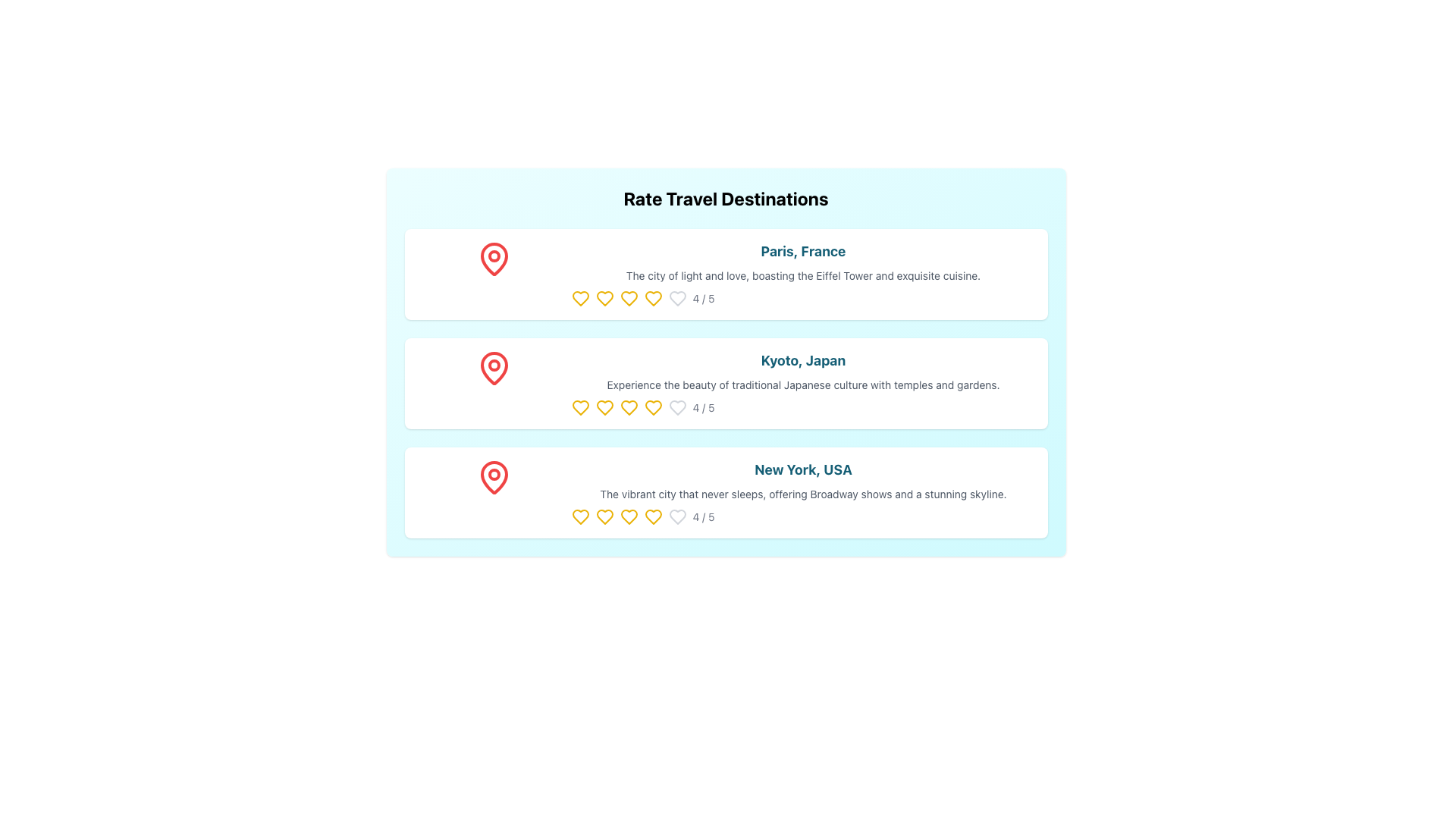 This screenshot has height=819, width=1456. What do you see at coordinates (653, 298) in the screenshot?
I see `the fourth heart-shaped interactive rating icon, styled in yellow with a bold outline, located under the 'Paris, France' section to observe styling changes` at bounding box center [653, 298].